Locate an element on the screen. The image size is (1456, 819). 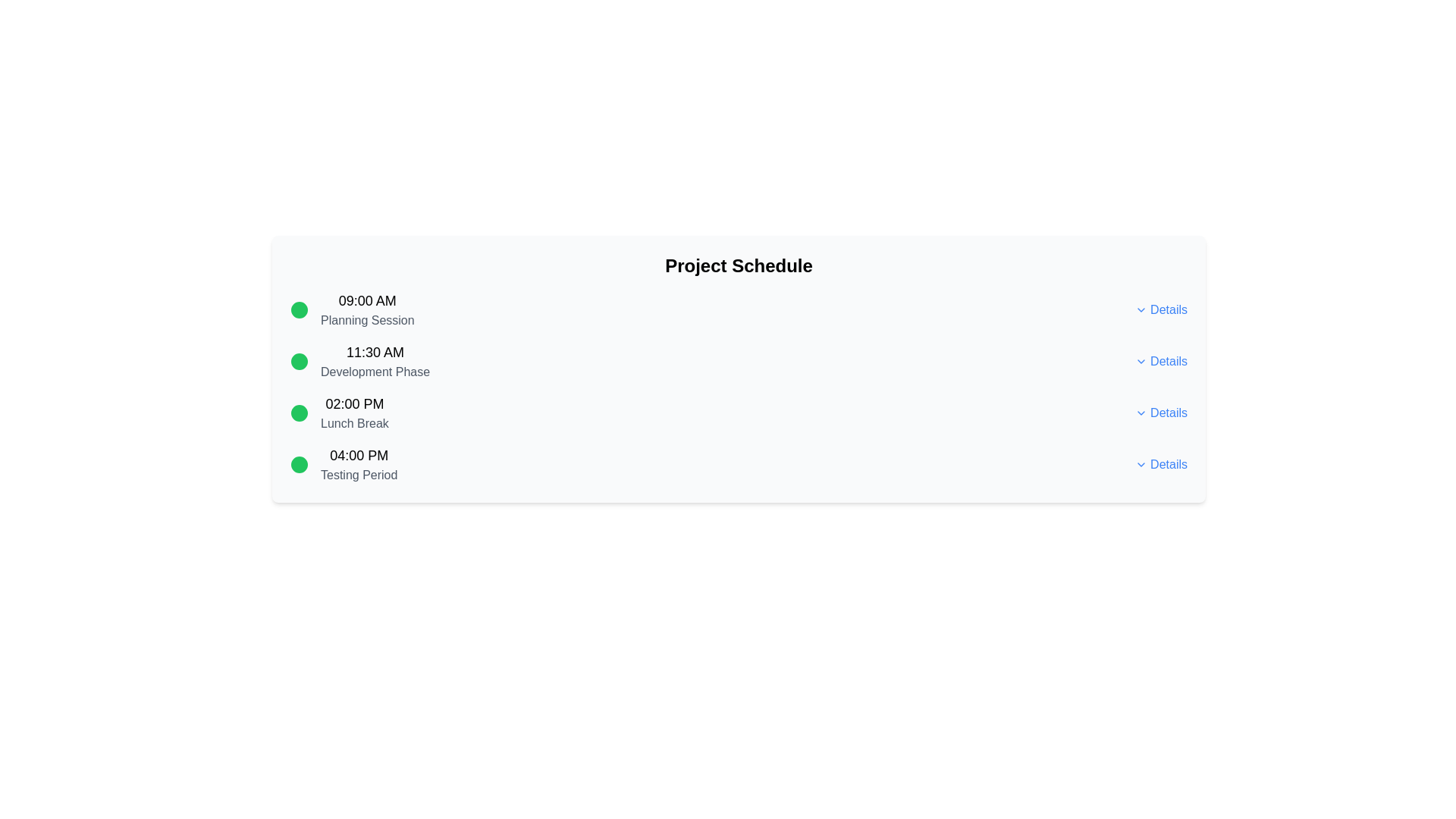
the Chevron Down icon located at the leftmost position of the group associated with the 'Details' label in the third item of the vertical list is located at coordinates (1141, 413).